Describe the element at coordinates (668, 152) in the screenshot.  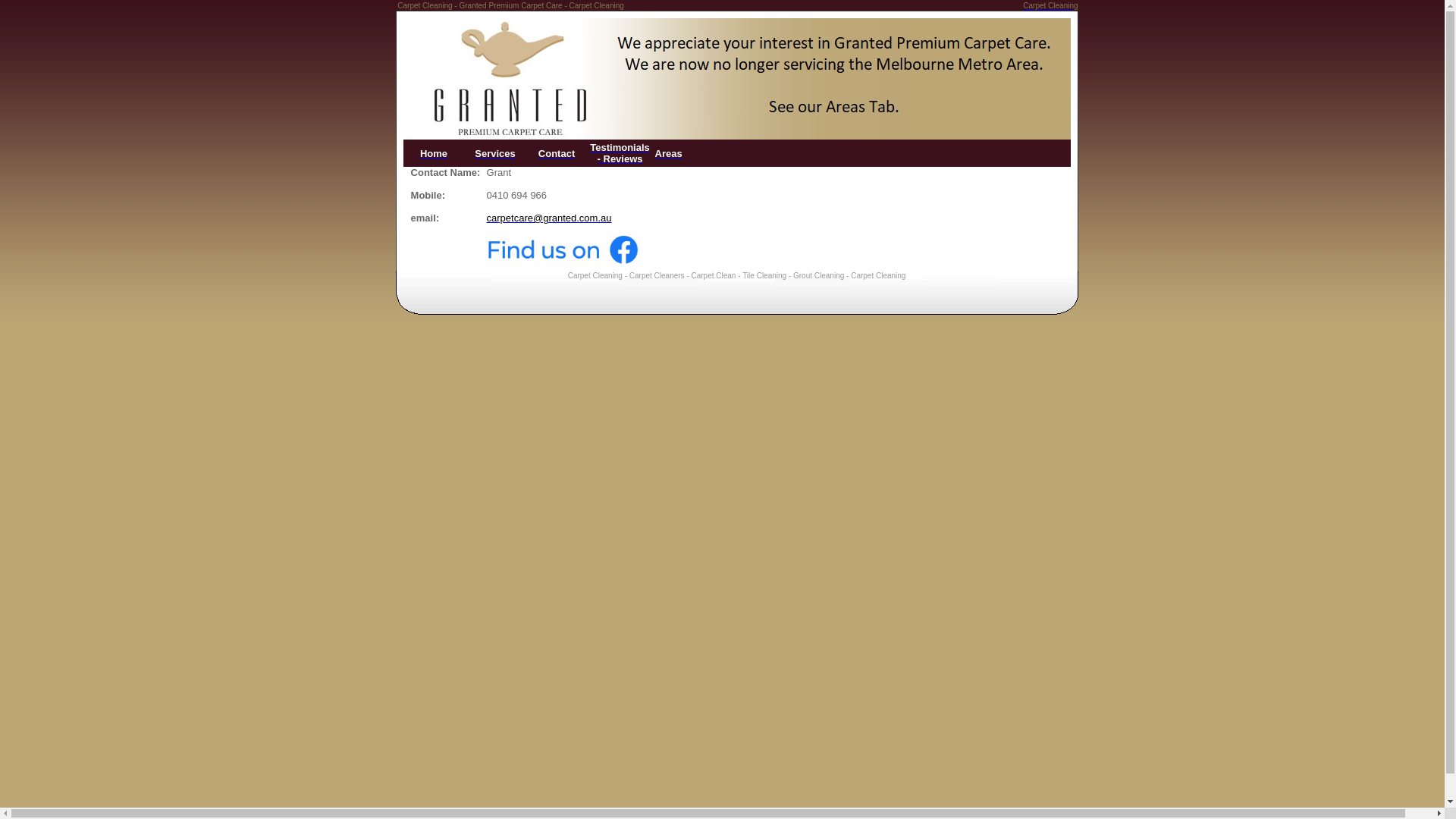
I see `'Areas'` at that location.